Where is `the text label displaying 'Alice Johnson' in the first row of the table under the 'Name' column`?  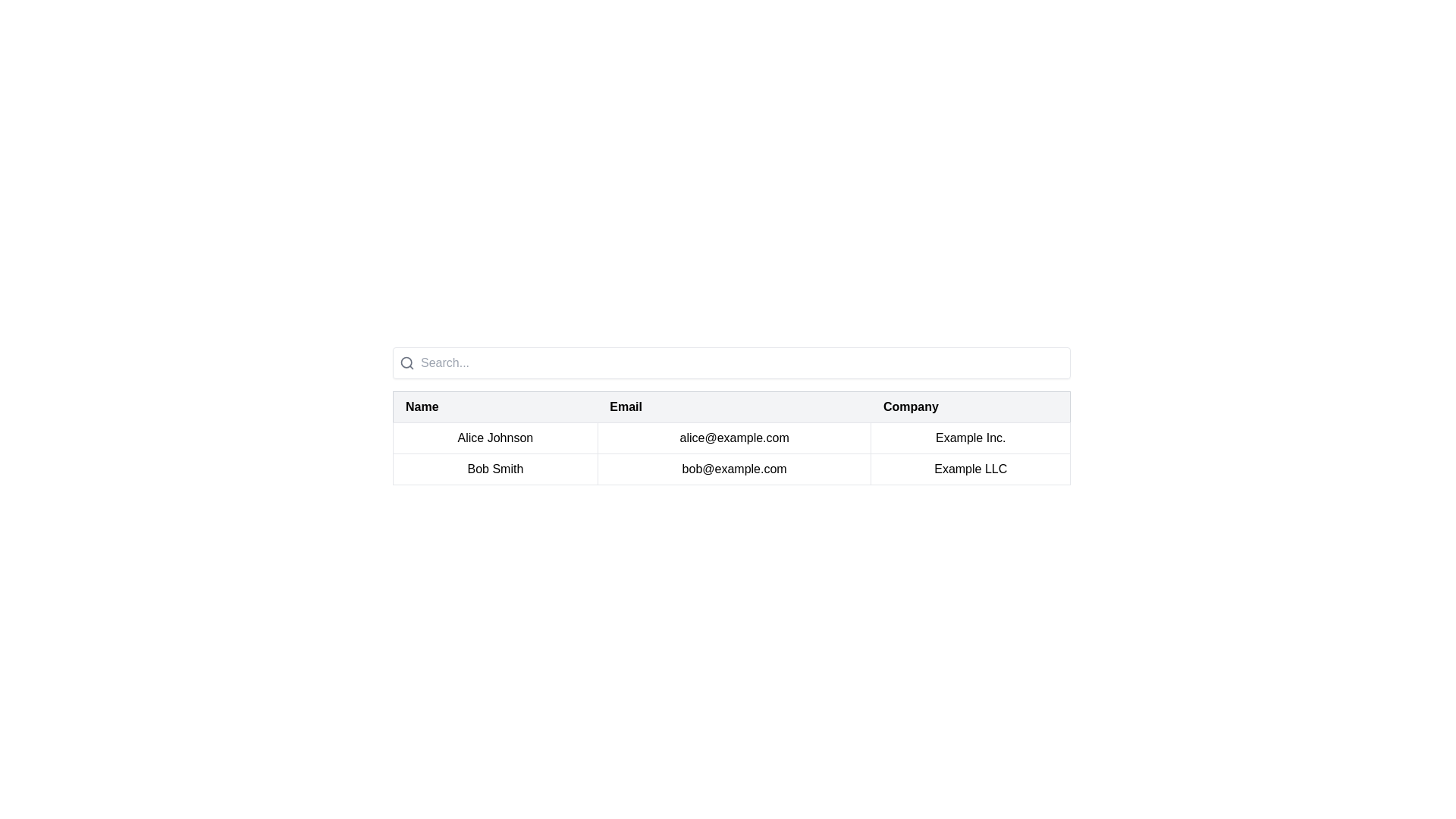
the text label displaying 'Alice Johnson' in the first row of the table under the 'Name' column is located at coordinates (495, 438).